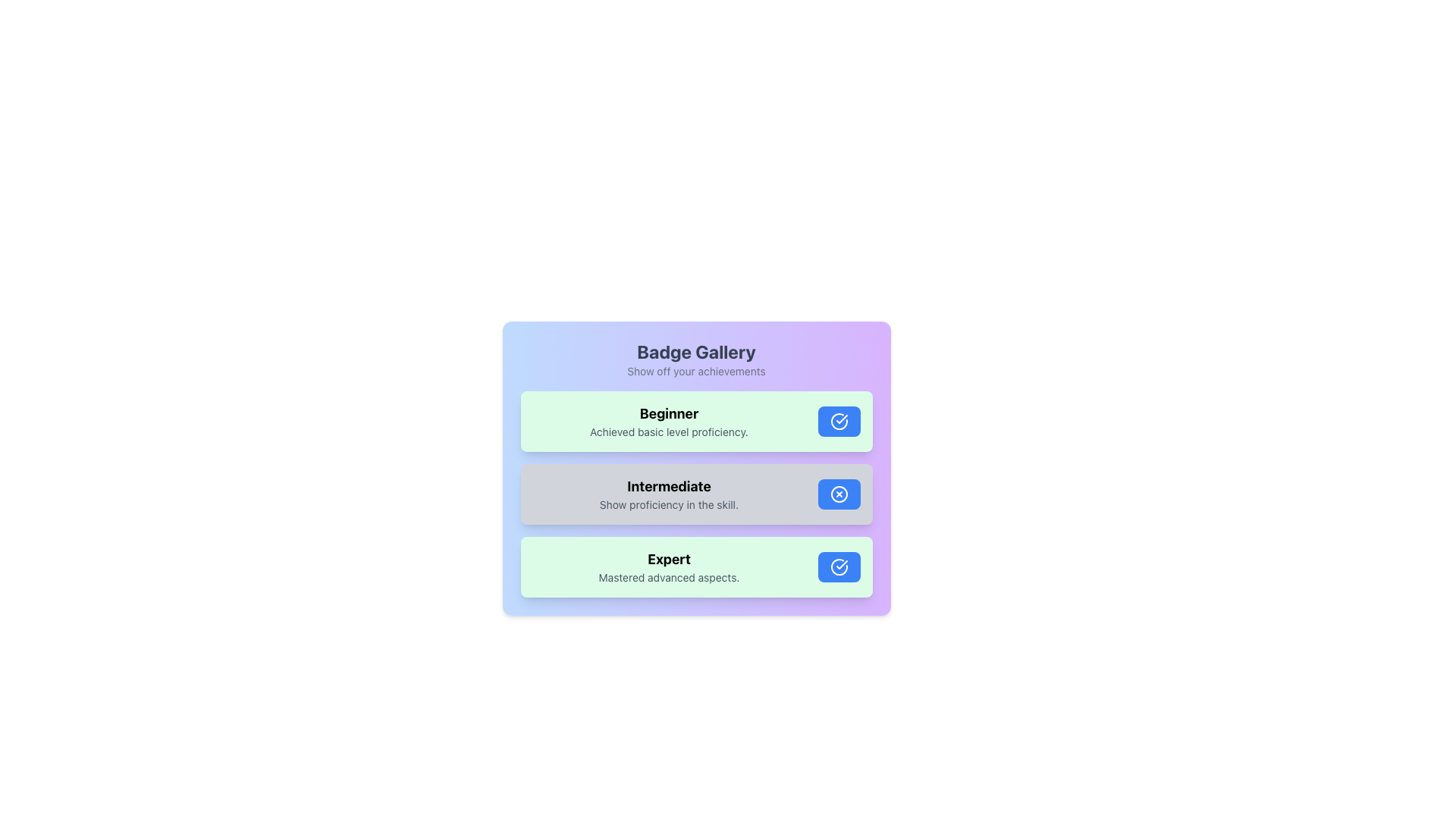 This screenshot has height=819, width=1456. What do you see at coordinates (668, 578) in the screenshot?
I see `the small text block styled with a small font size and gray color that contains the text 'Mastered advanced aspects.' located under the bolded title 'Expert' within a greenish rectangular section` at bounding box center [668, 578].